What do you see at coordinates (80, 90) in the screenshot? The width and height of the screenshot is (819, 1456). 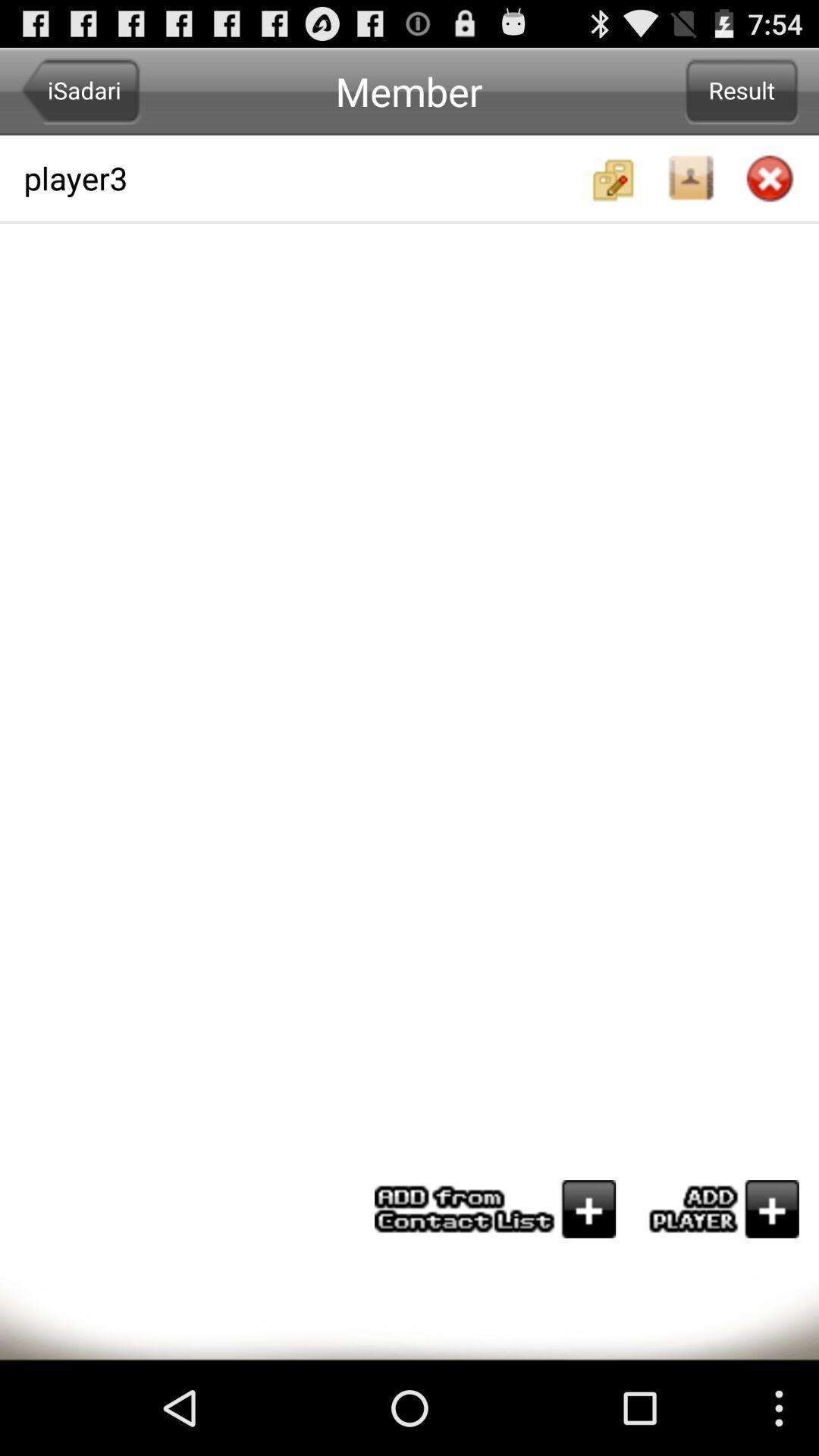 I see `the item at the top left corner` at bounding box center [80, 90].